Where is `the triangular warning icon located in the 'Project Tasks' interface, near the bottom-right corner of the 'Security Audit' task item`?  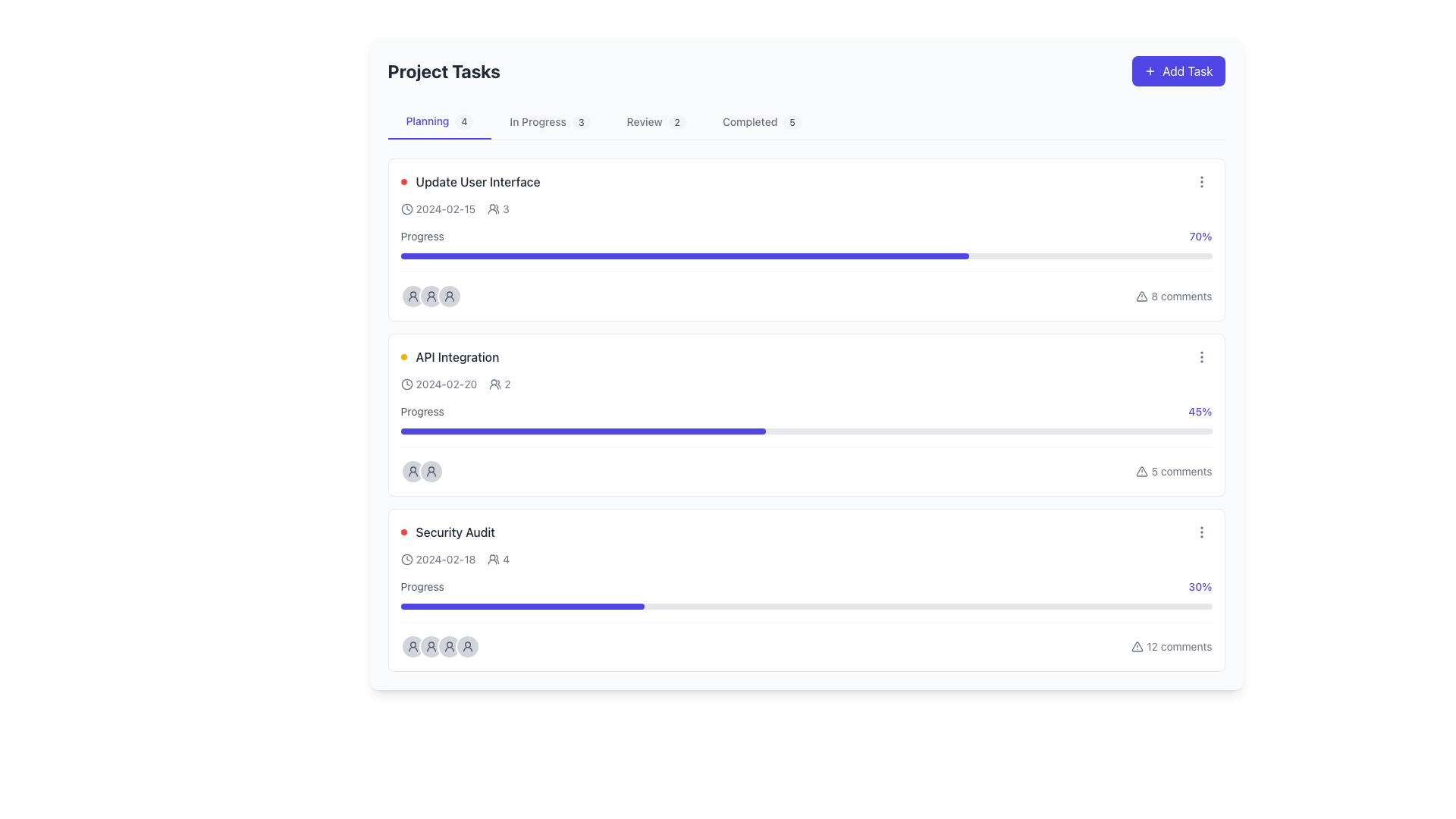
the triangular warning icon located in the 'Project Tasks' interface, near the bottom-right corner of the 'Security Audit' task item is located at coordinates (1137, 646).